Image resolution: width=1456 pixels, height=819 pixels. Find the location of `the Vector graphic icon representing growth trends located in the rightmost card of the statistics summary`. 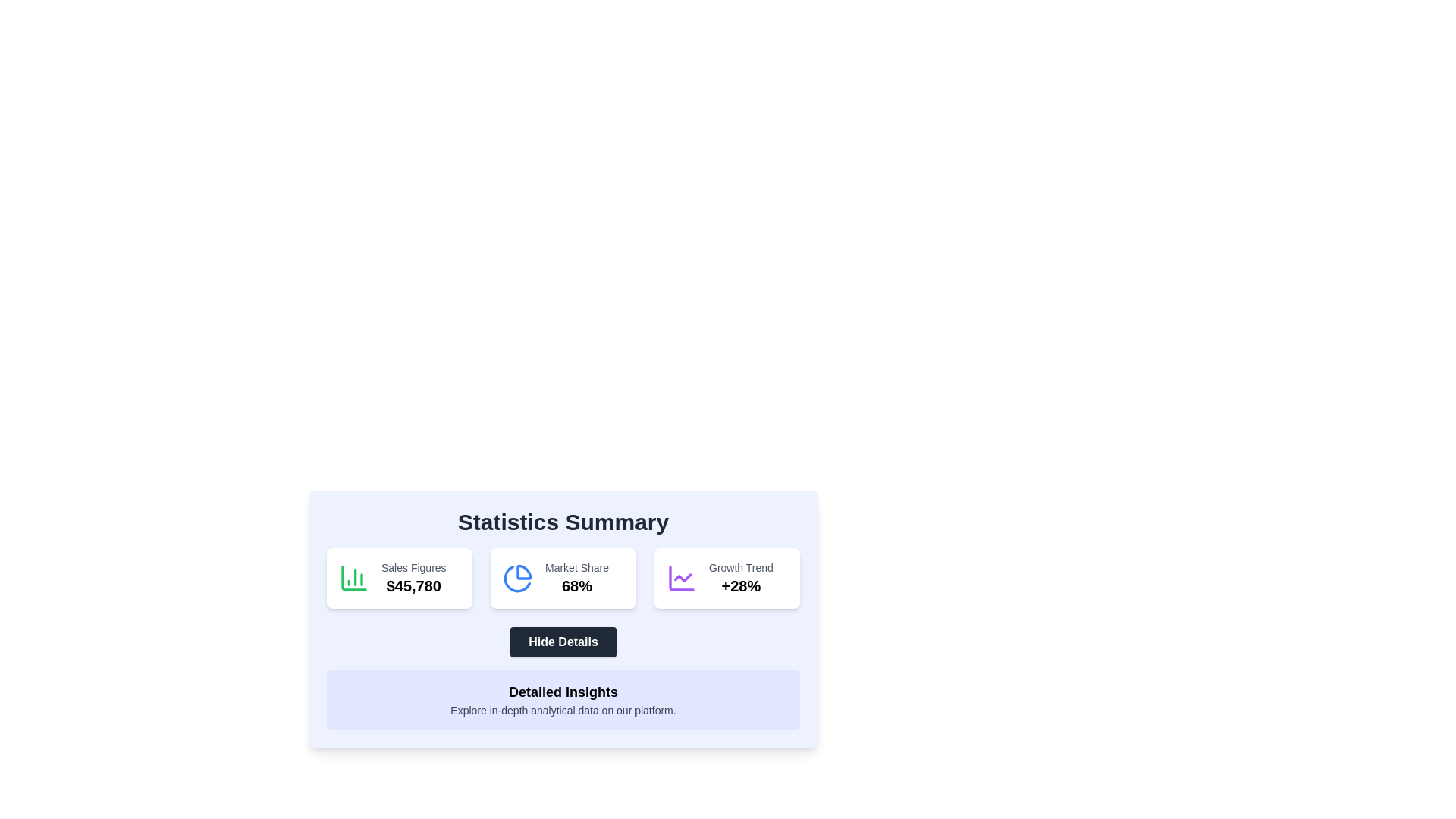

the Vector graphic icon representing growth trends located in the rightmost card of the statistics summary is located at coordinates (680, 579).